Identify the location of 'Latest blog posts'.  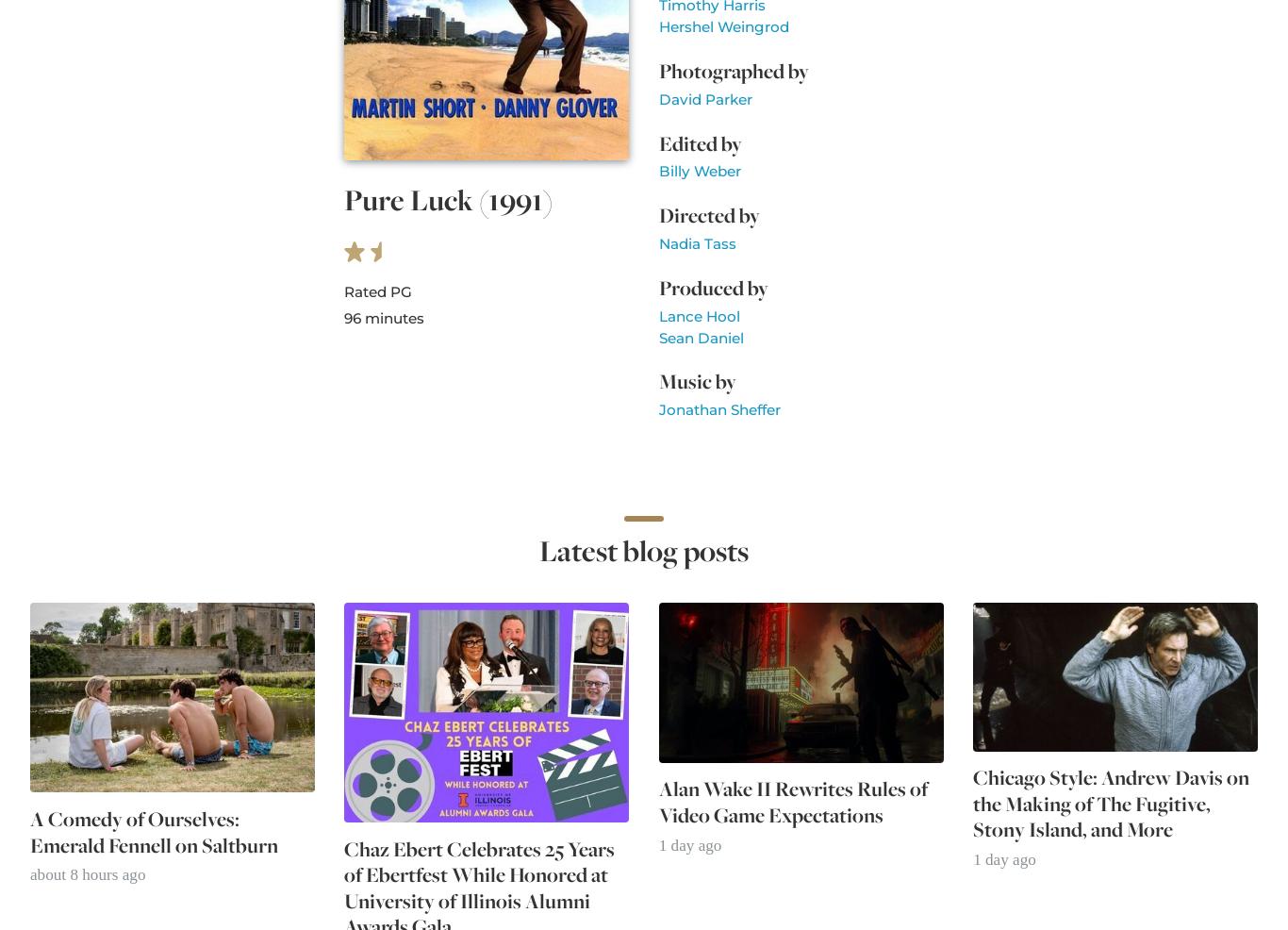
(644, 551).